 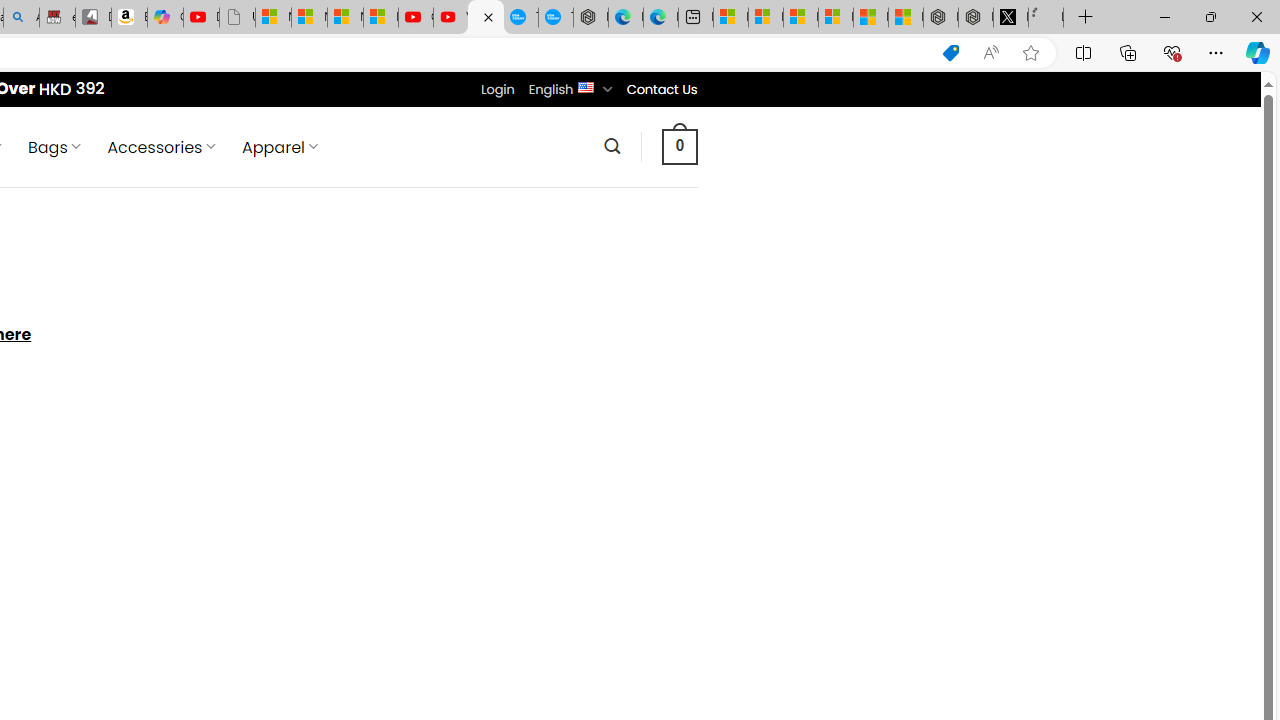 What do you see at coordinates (1011, 17) in the screenshot?
I see `'Nordace (@NordaceOfficial) / X'` at bounding box center [1011, 17].